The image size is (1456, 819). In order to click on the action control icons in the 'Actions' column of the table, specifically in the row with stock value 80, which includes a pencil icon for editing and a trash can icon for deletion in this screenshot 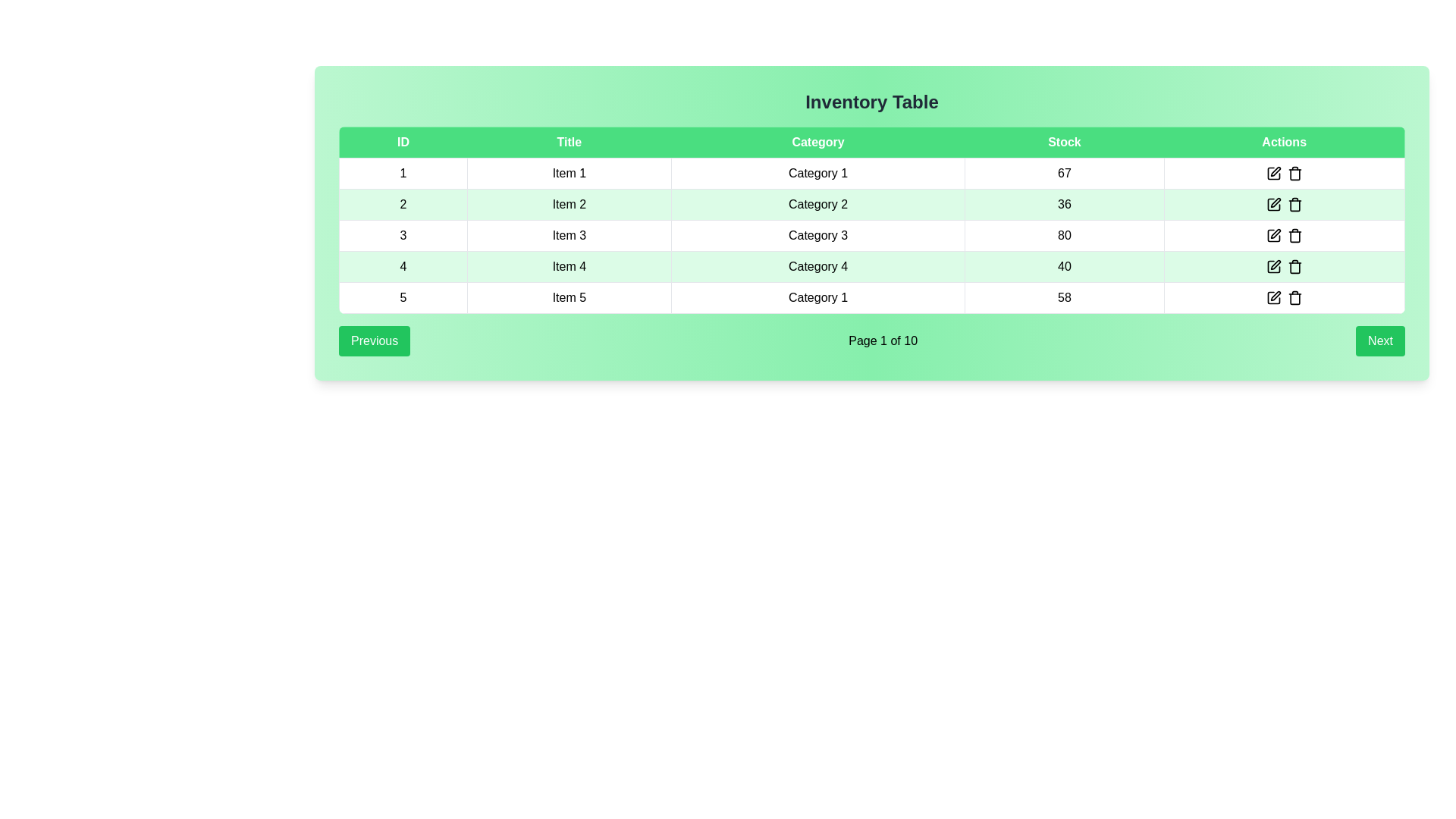, I will do `click(1284, 236)`.